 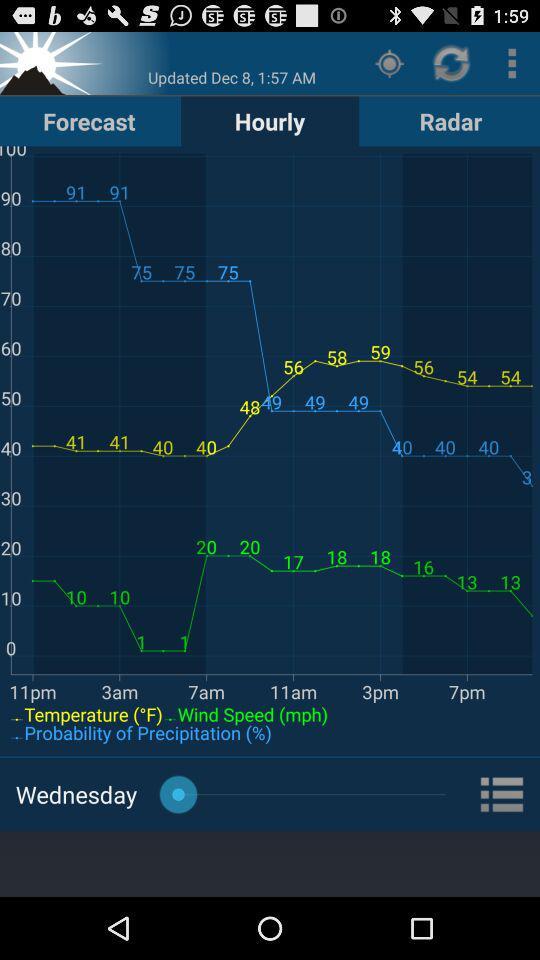 What do you see at coordinates (88, 120) in the screenshot?
I see `icon to the left of the hourly icon` at bounding box center [88, 120].